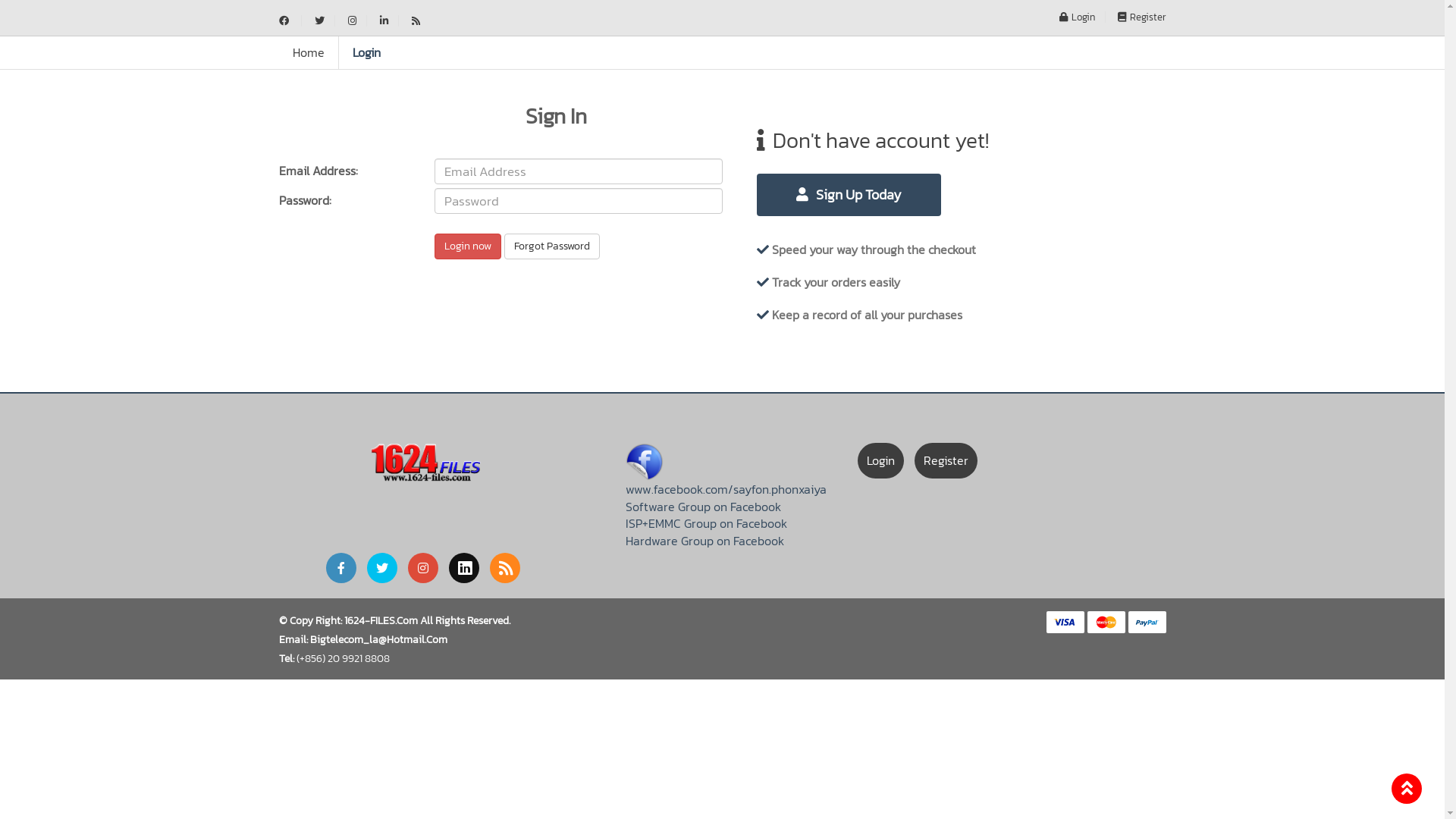 This screenshot has height=819, width=1456. What do you see at coordinates (705, 522) in the screenshot?
I see `'ISP+EMMC Group on Facebook'` at bounding box center [705, 522].